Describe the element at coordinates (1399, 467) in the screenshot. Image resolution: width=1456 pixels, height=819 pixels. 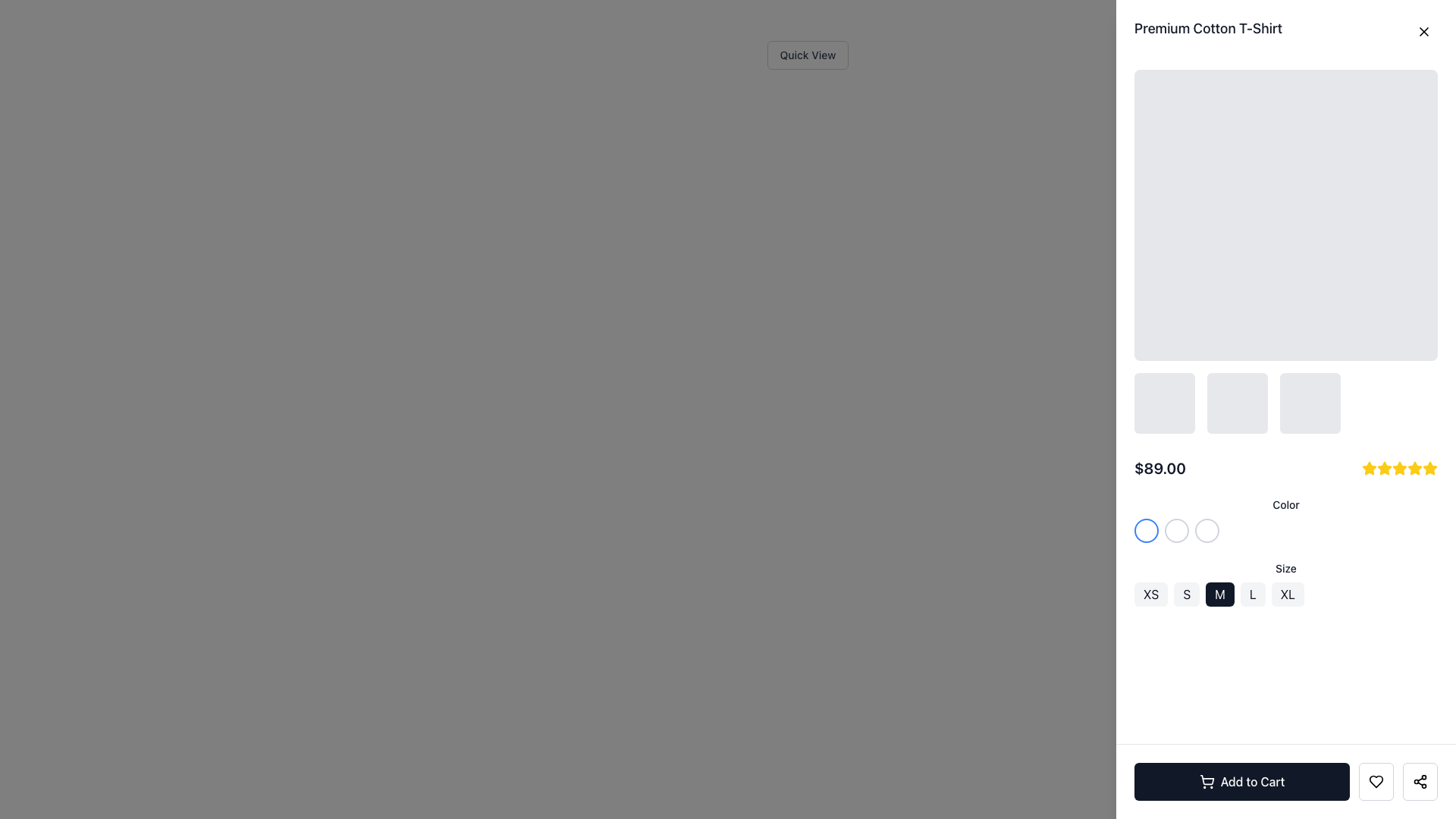
I see `the Rating component (Stars) located in the upper-right section of the interface, adjacent to the price label displaying '$89.00'` at that location.